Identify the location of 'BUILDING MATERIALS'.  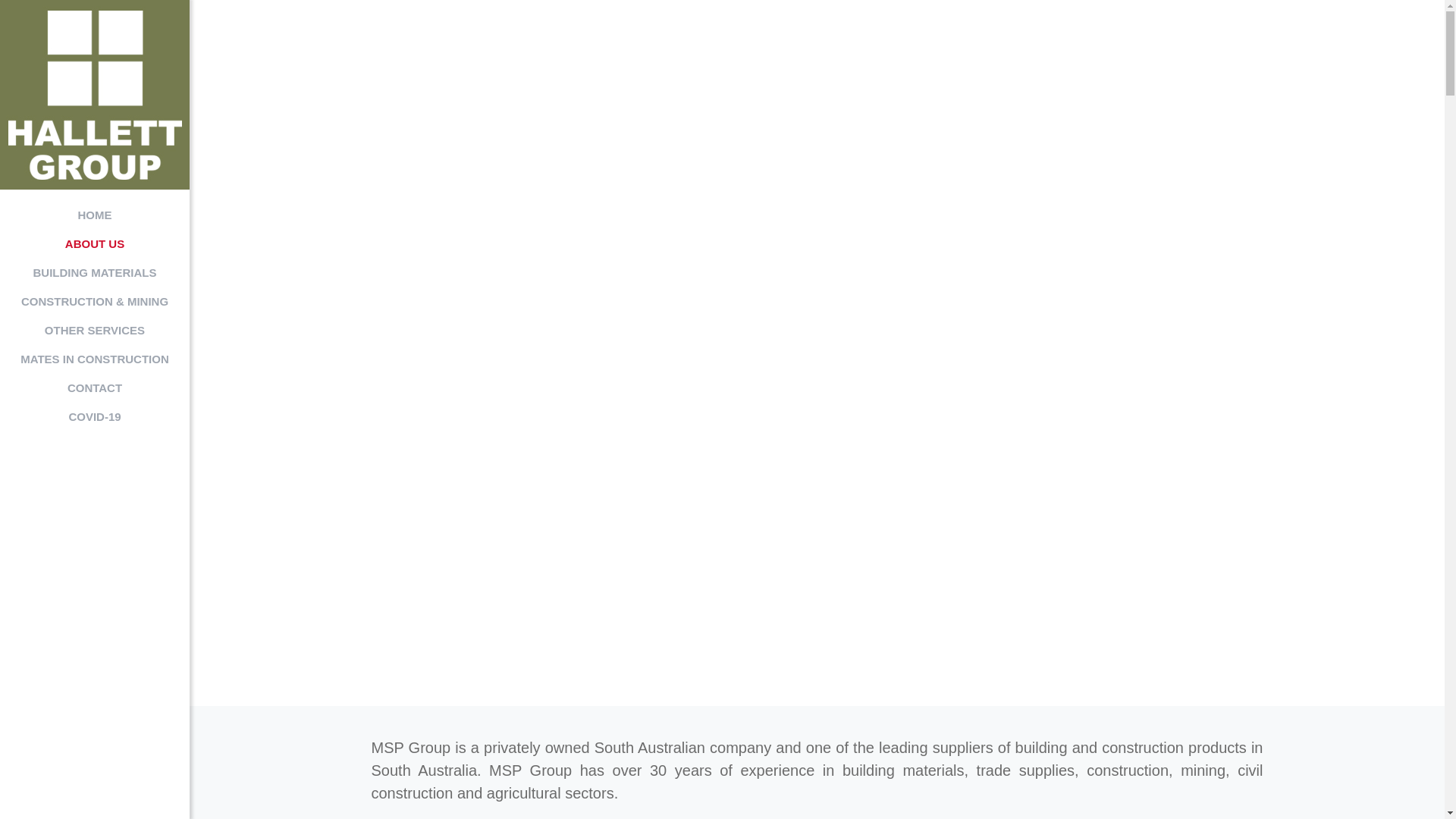
(0, 271).